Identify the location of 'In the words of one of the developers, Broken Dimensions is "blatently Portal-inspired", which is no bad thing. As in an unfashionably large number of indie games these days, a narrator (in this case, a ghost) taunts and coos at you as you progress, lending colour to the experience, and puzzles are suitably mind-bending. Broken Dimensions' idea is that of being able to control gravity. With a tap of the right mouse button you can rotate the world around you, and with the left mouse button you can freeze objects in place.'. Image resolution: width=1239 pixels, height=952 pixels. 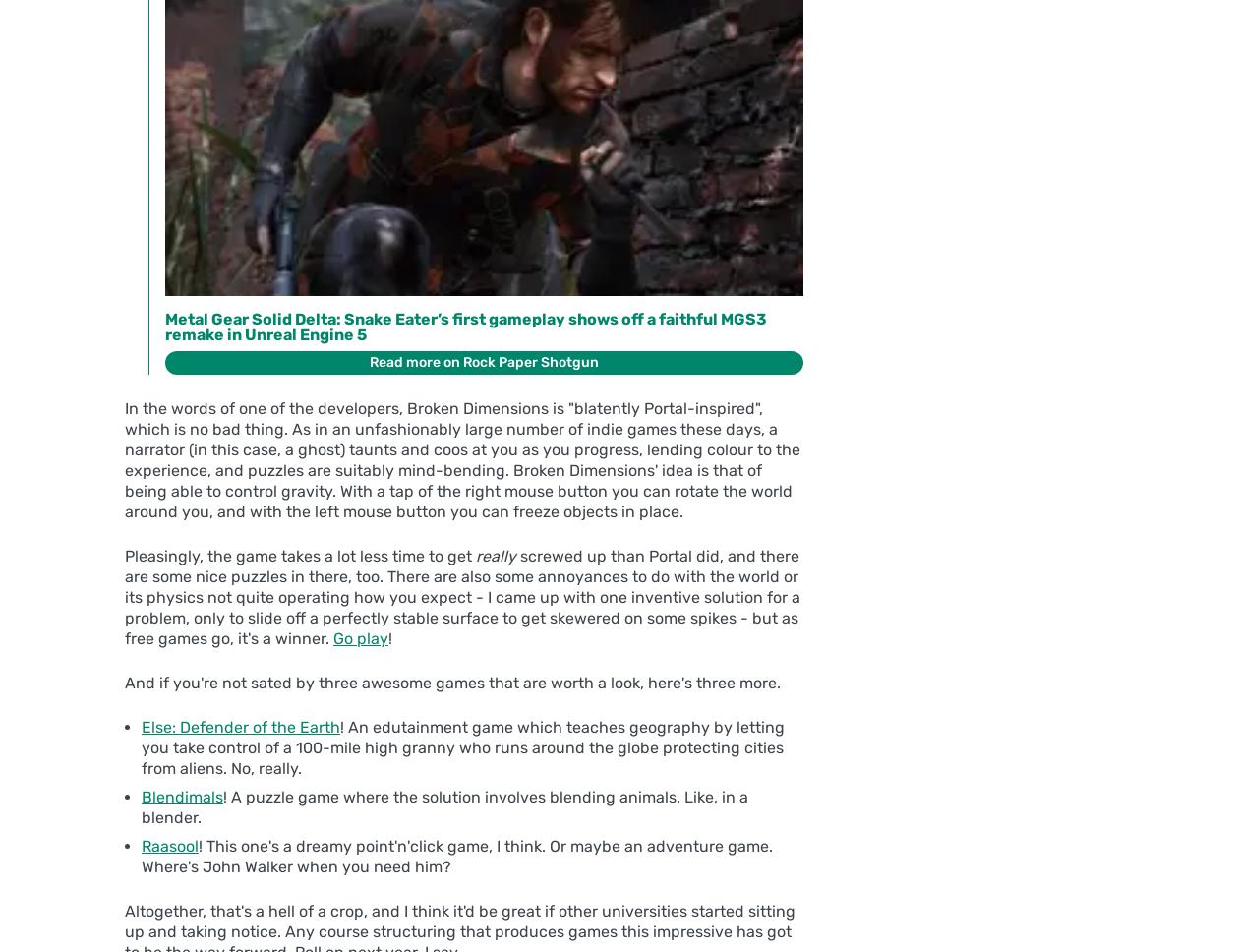
(462, 459).